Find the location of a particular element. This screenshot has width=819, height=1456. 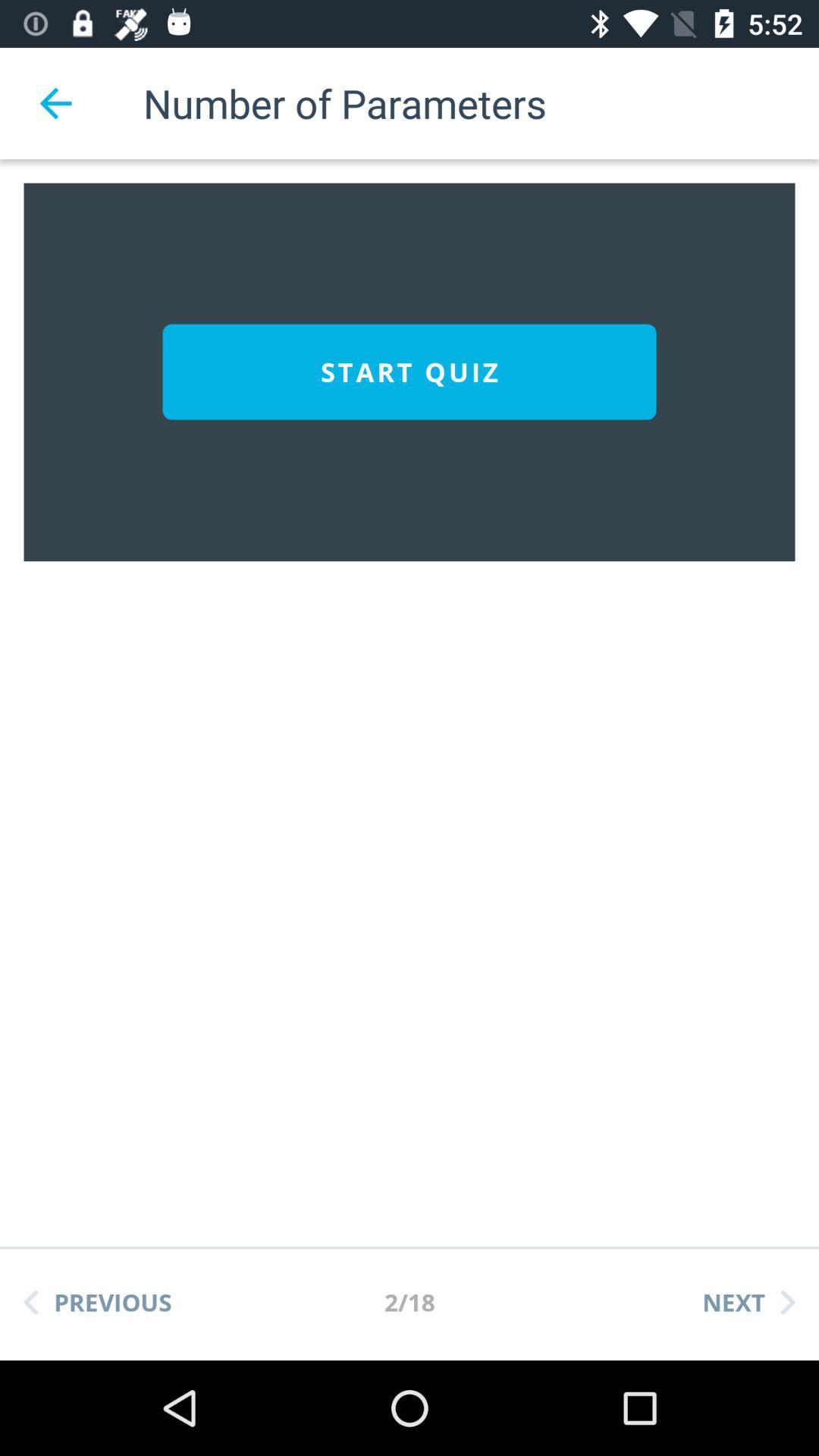

the next icon is located at coordinates (748, 1301).